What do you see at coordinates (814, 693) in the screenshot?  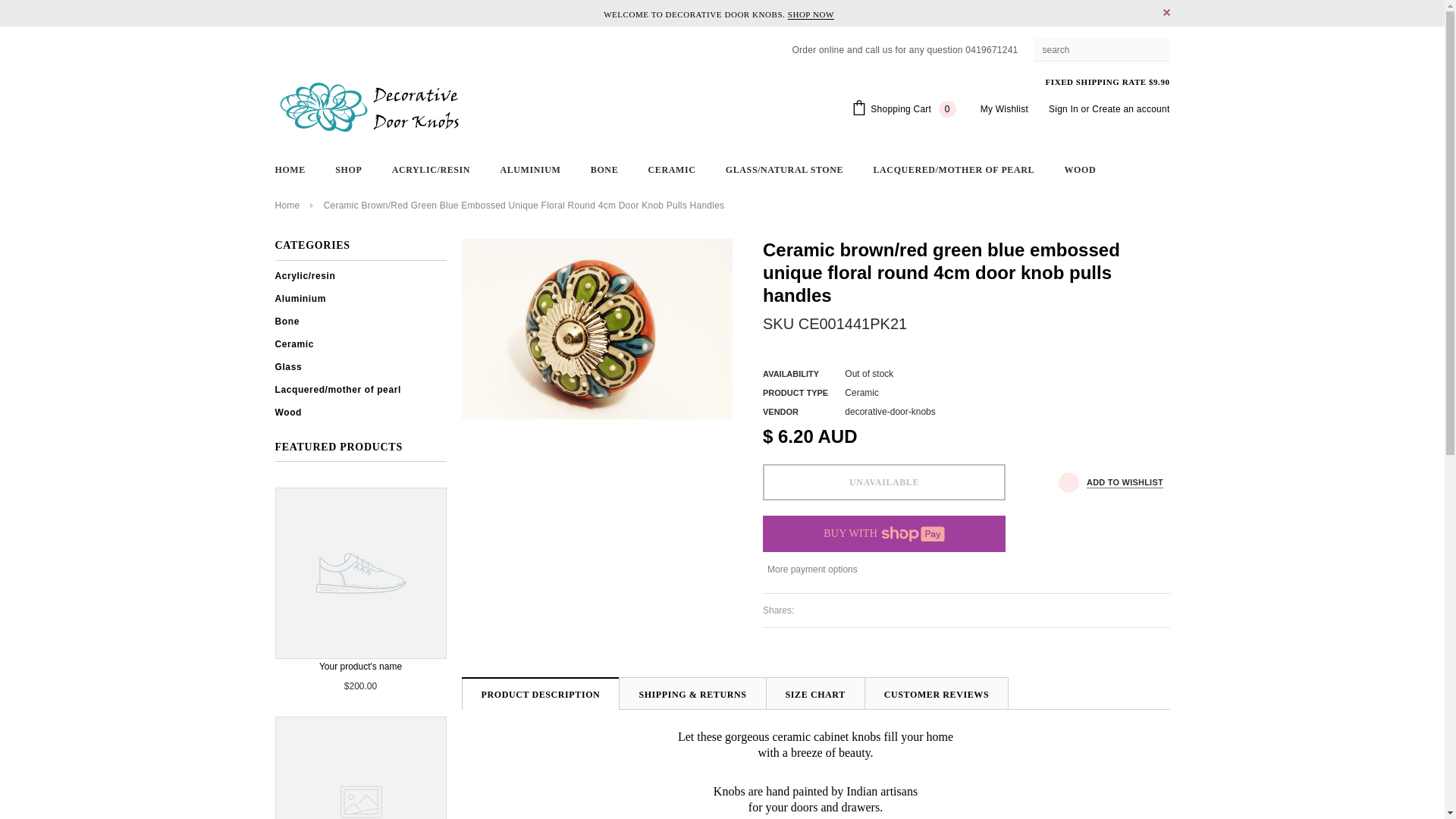 I see `'SIZE CHART'` at bounding box center [814, 693].